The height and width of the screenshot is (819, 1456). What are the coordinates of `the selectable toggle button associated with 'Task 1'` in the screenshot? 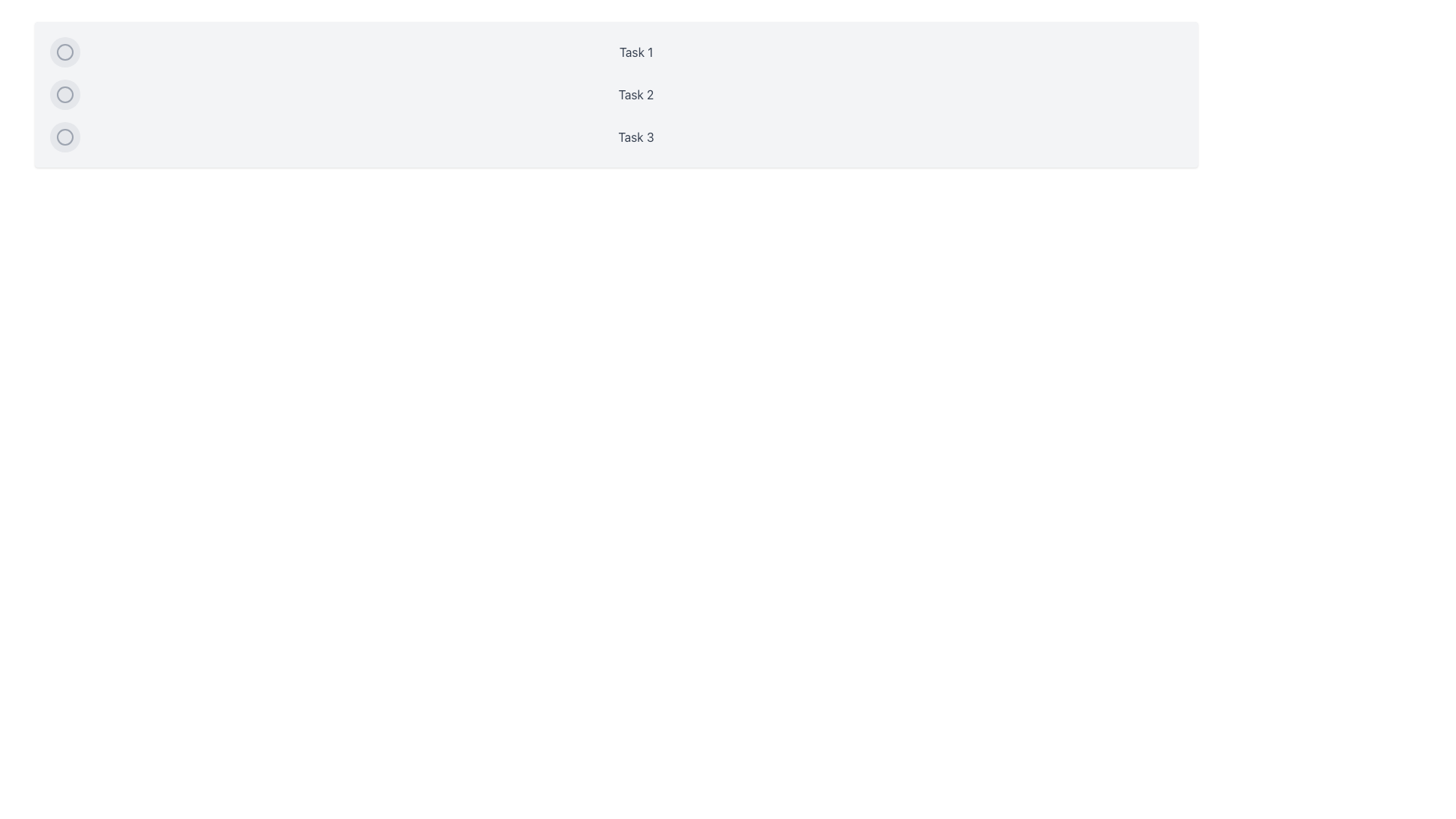 It's located at (64, 52).